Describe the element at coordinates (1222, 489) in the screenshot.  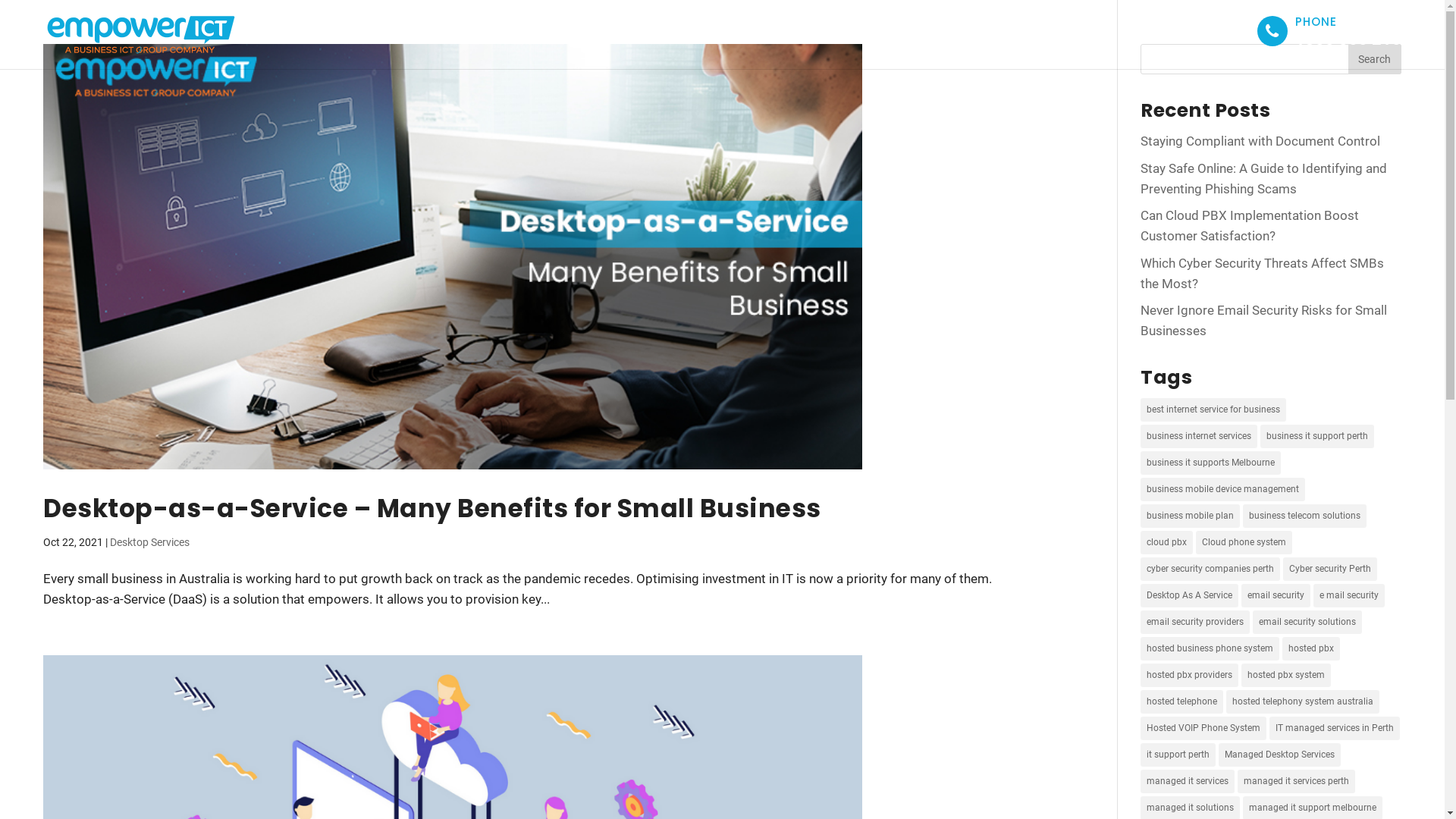
I see `'business mobile device management'` at that location.